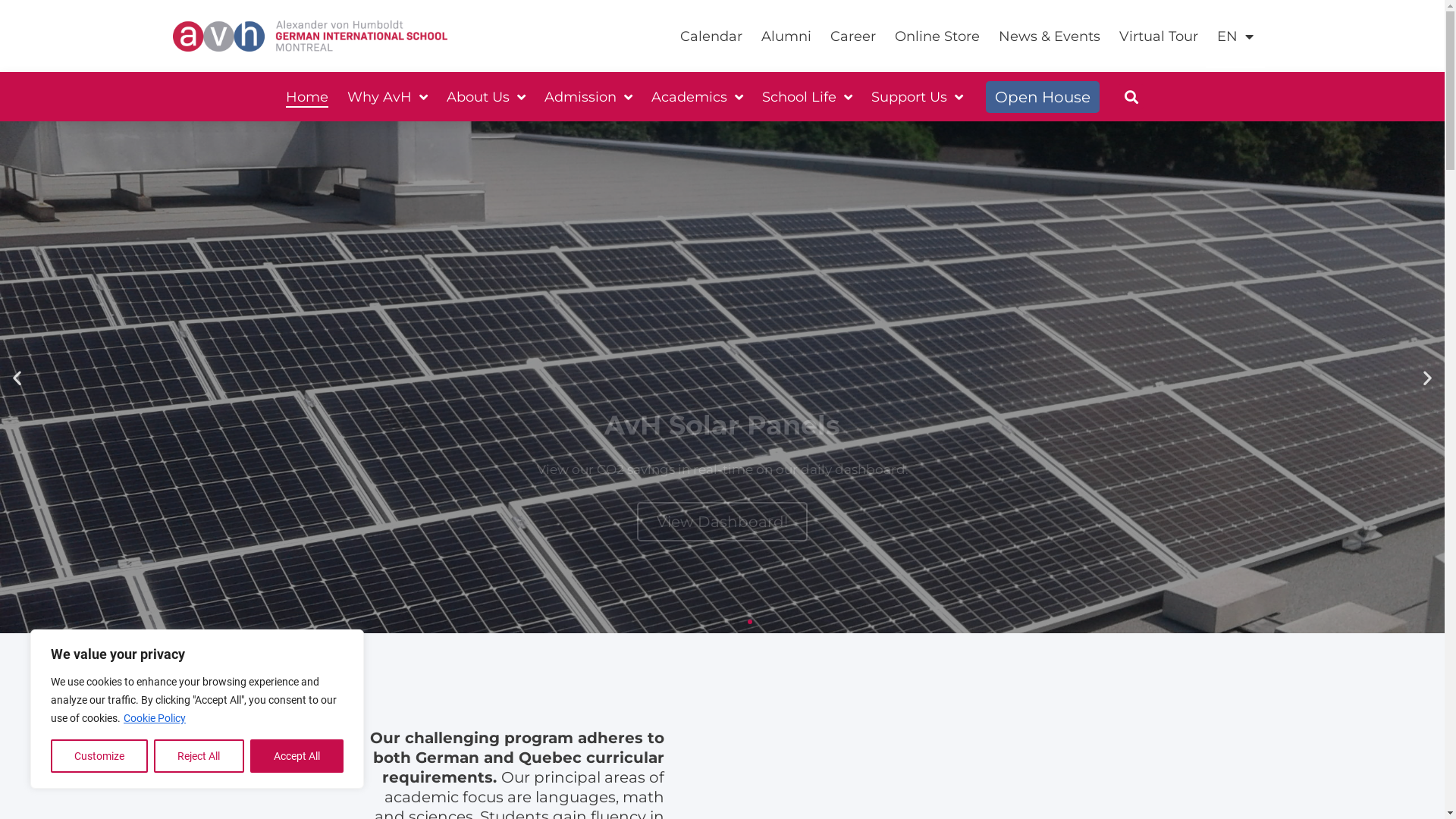 The height and width of the screenshot is (819, 1456). Describe the element at coordinates (250, 755) in the screenshot. I see `'Accept All'` at that location.